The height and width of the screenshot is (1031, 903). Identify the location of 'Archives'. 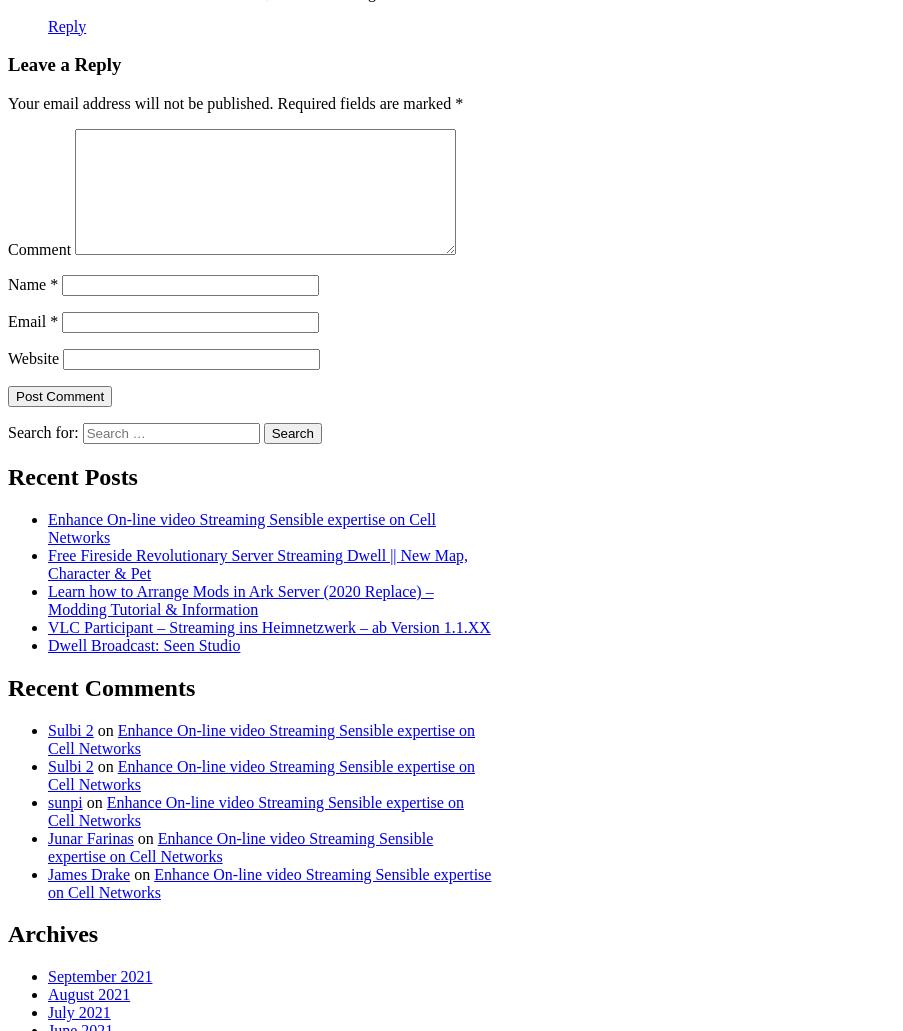
(7, 932).